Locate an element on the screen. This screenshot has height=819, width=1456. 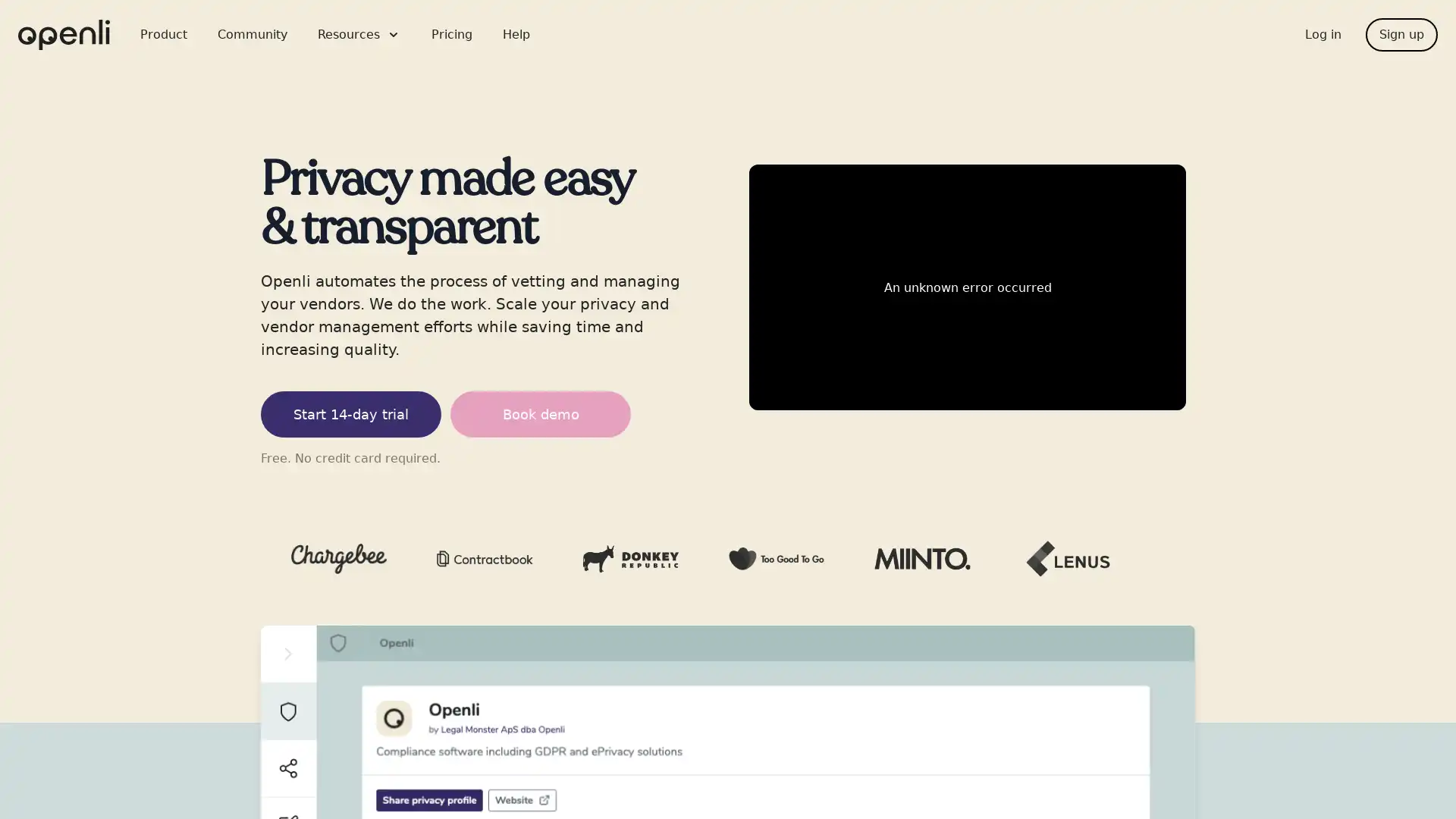
Resources is located at coordinates (359, 34).